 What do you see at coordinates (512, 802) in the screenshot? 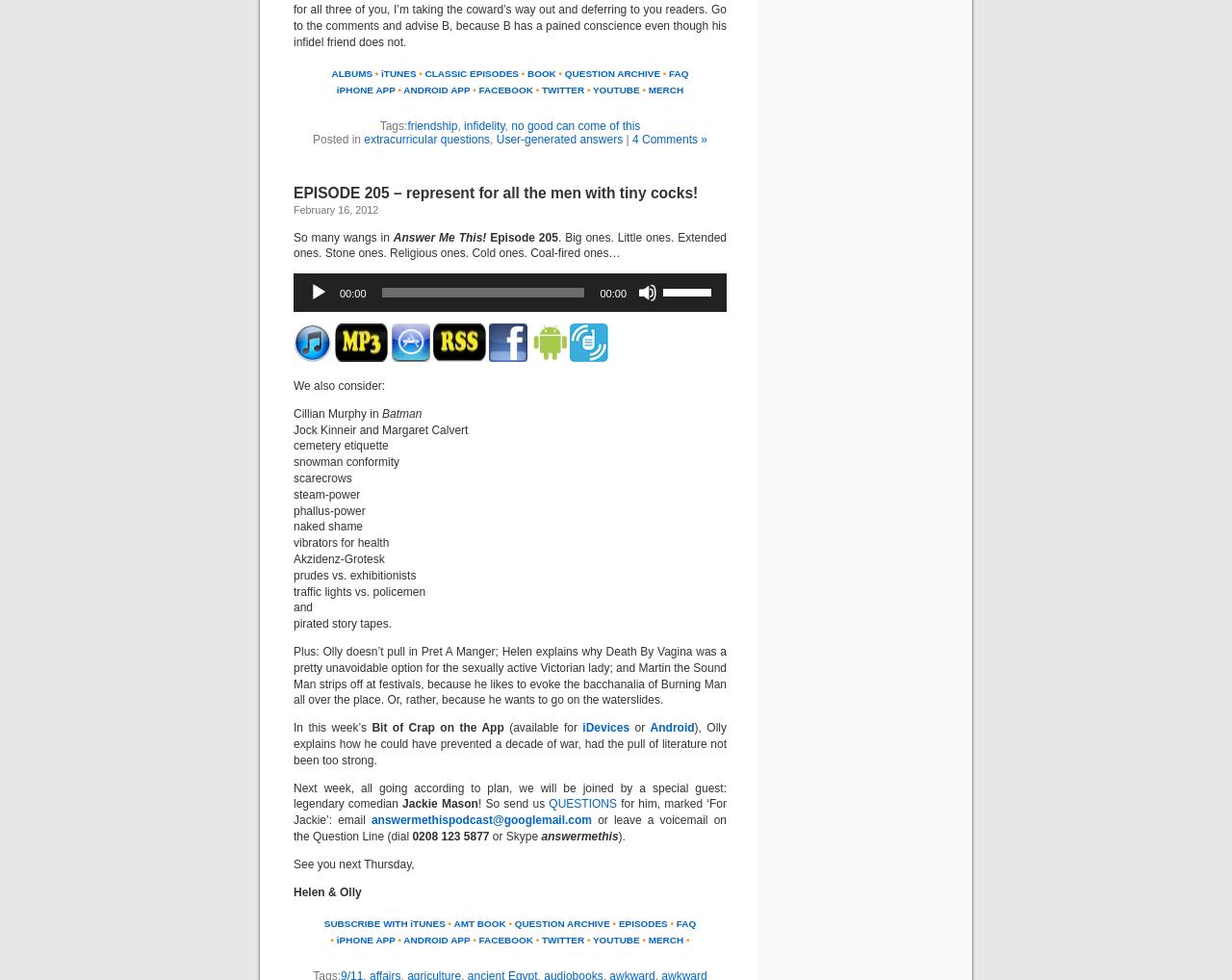
I see `'! So send us'` at bounding box center [512, 802].